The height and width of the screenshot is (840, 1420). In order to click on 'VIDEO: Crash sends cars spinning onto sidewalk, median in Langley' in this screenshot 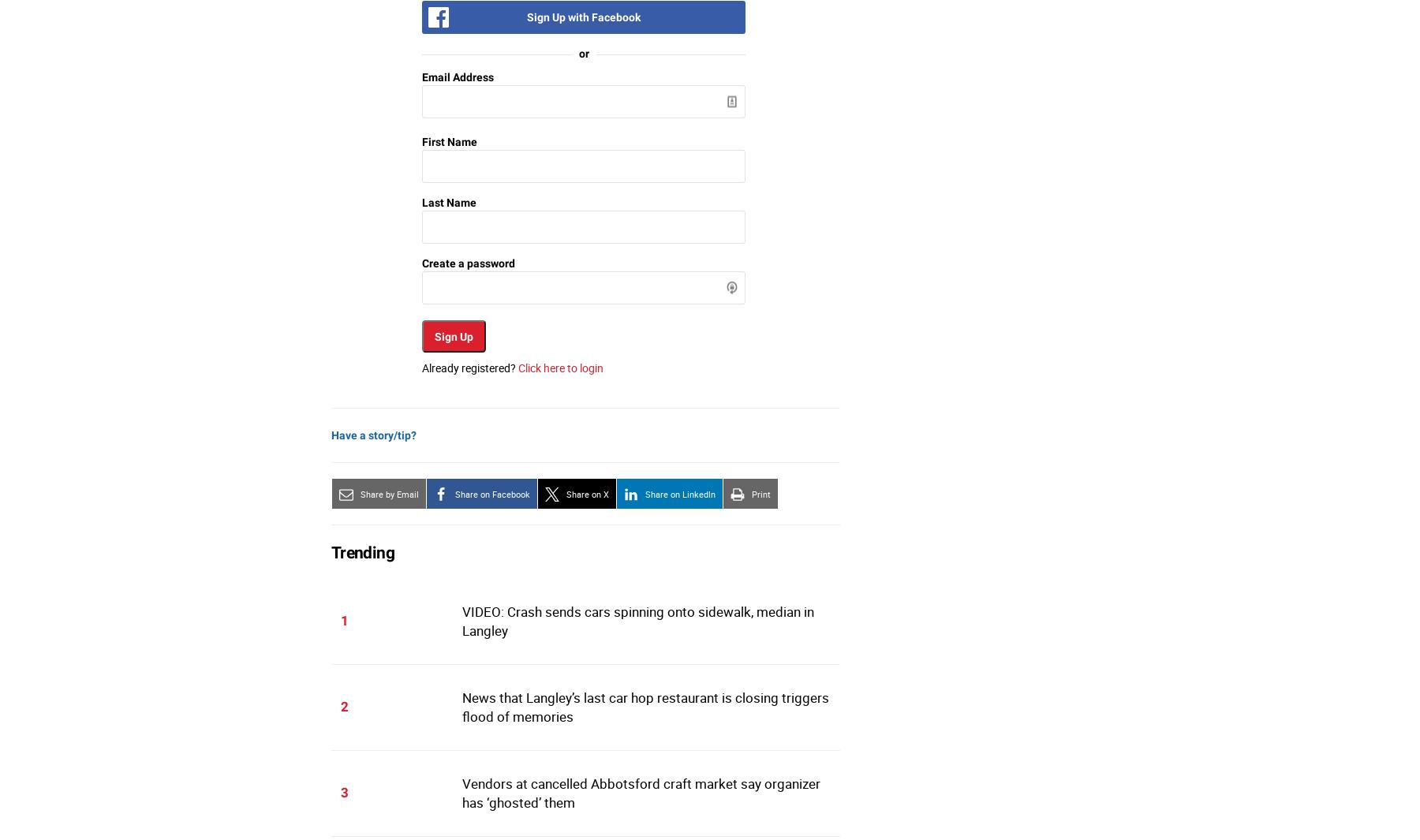, I will do `click(637, 620)`.